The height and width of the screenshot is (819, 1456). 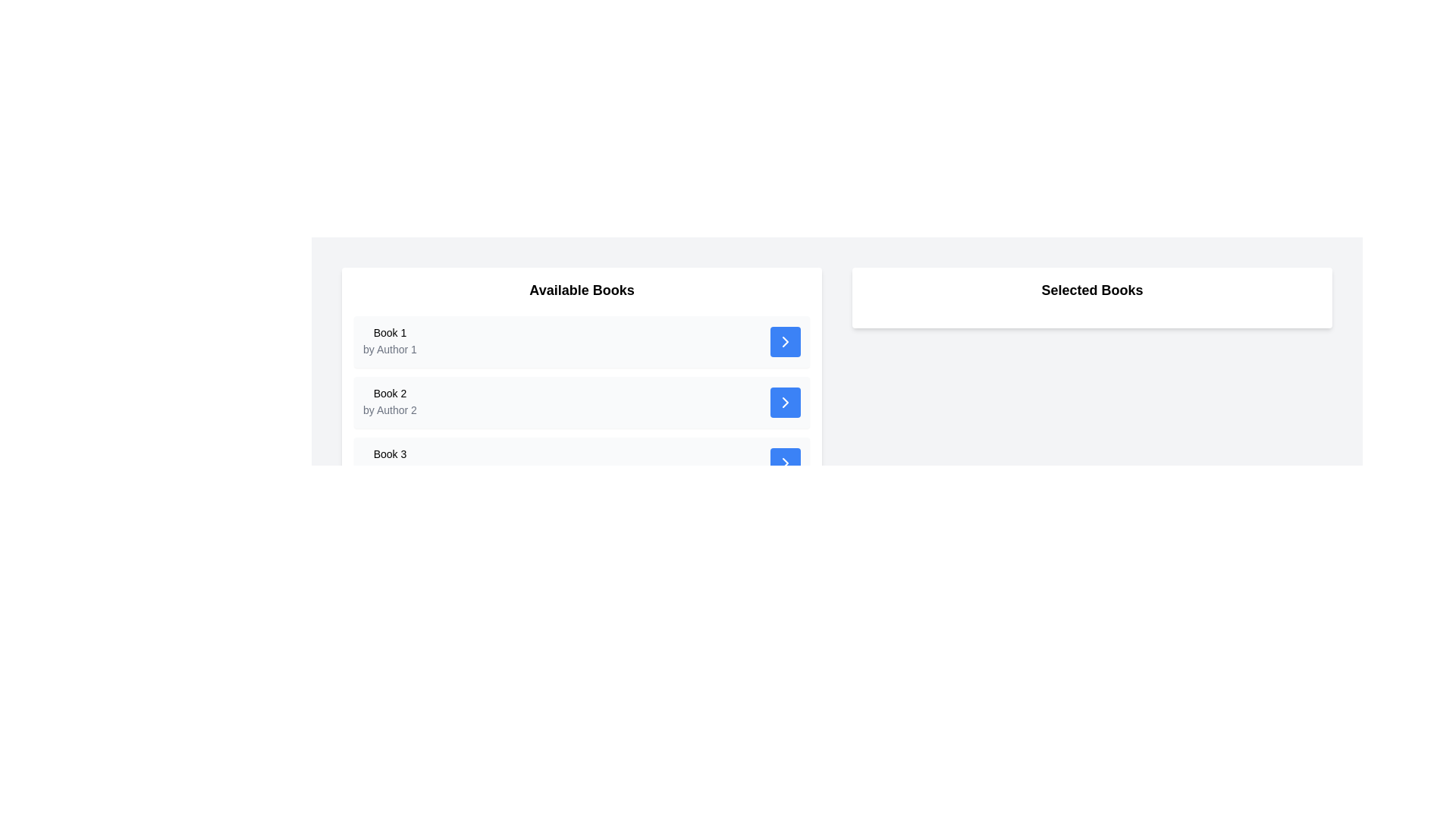 I want to click on the Text label indicating the author of the book located in the 'Available Books' section, positioned below the 'Book 1' title, so click(x=390, y=350).